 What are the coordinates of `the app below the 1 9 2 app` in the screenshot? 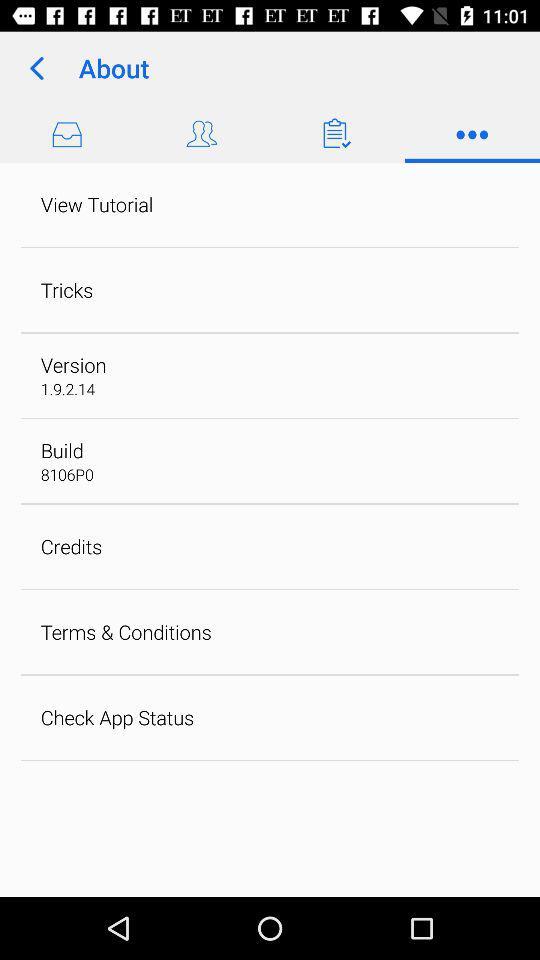 It's located at (62, 450).